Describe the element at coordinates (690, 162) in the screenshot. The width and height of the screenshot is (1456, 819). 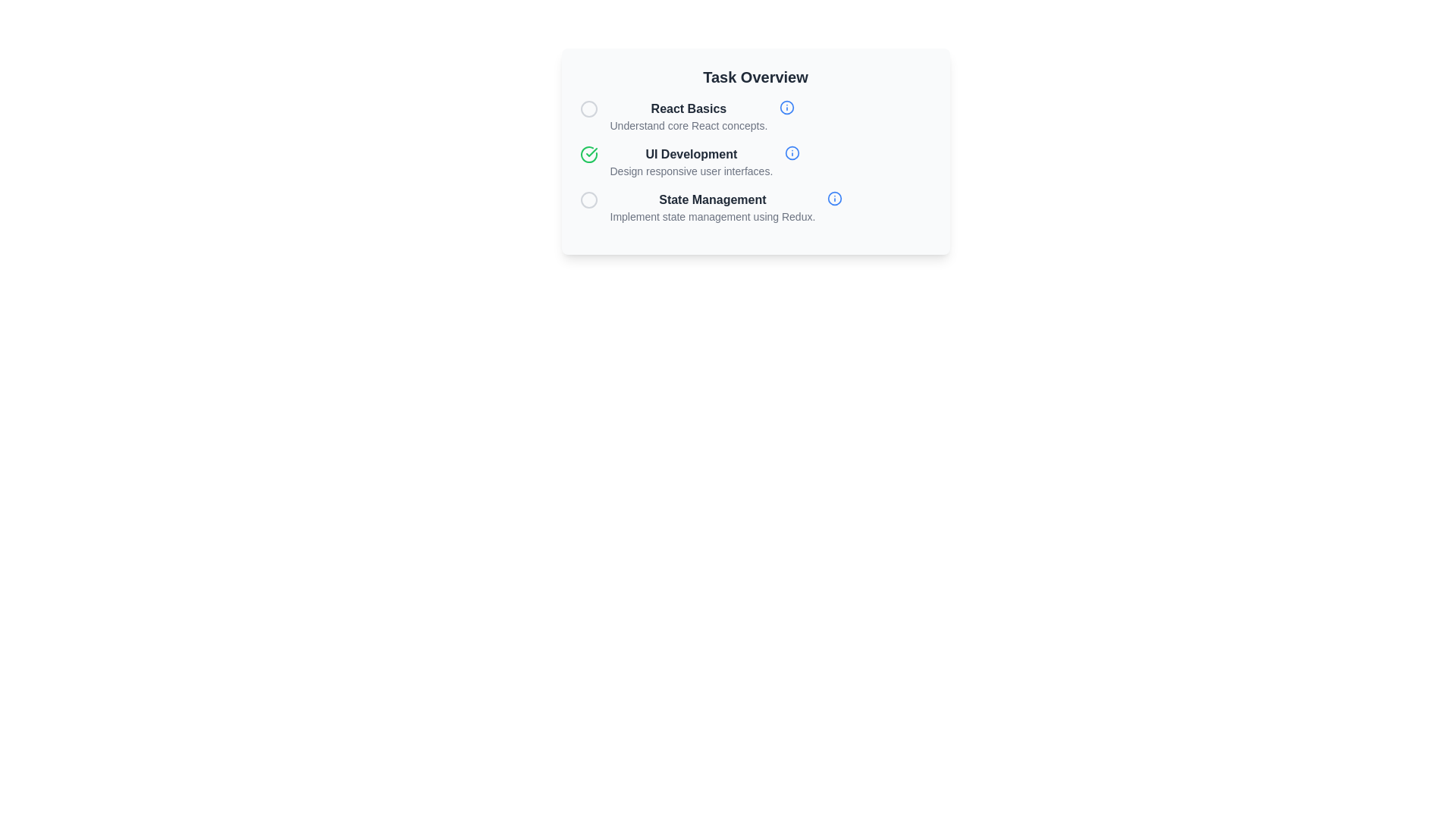
I see `the text block displaying 'UI Development' which is positioned between 'React Basics' and 'State Management' in the task list interface` at that location.